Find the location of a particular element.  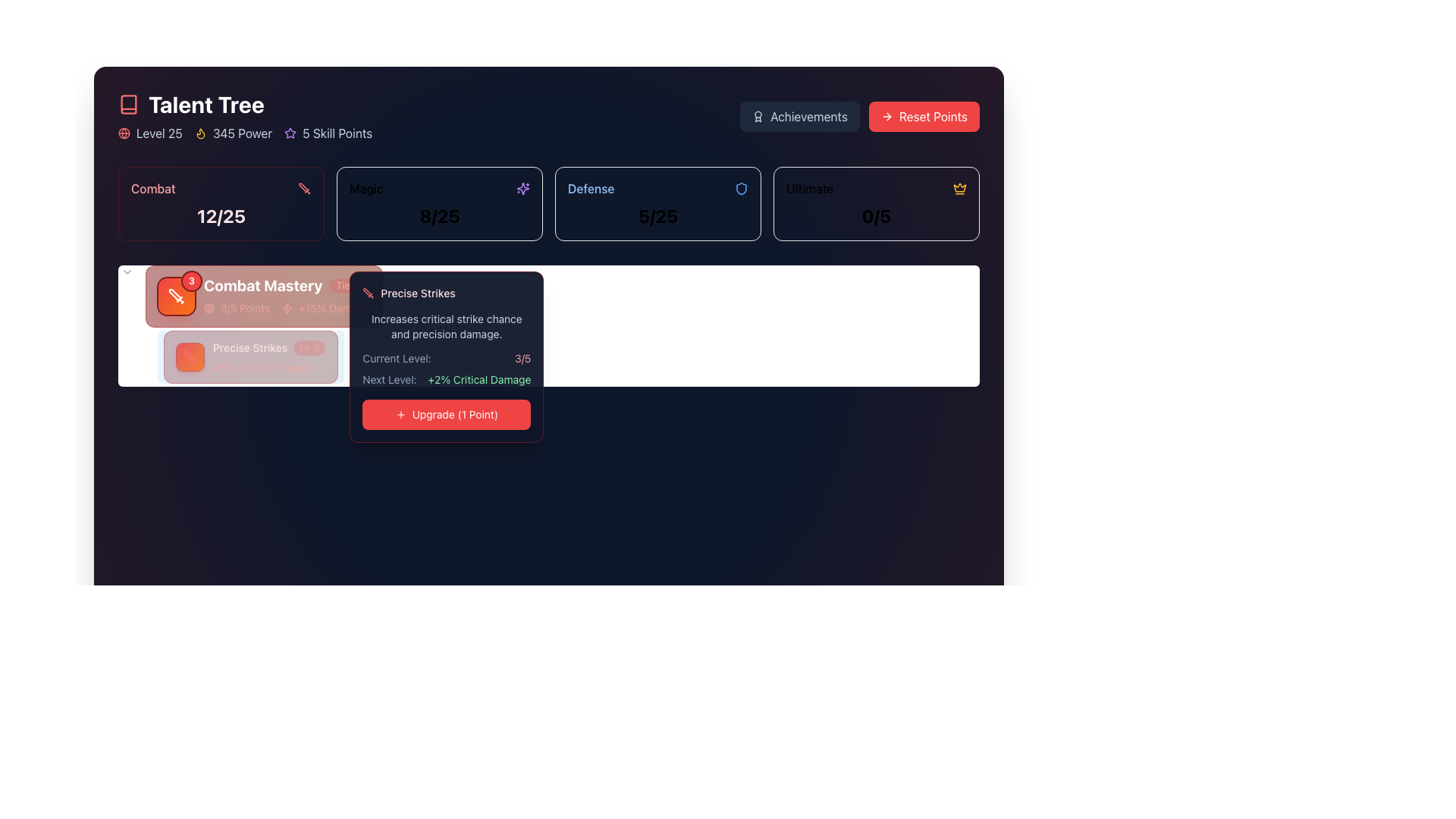

the heart-shaped button located in the bottom center of the 'Ultimate' section to interact with the 'Ultimate' score card is located at coordinates (902, 242).